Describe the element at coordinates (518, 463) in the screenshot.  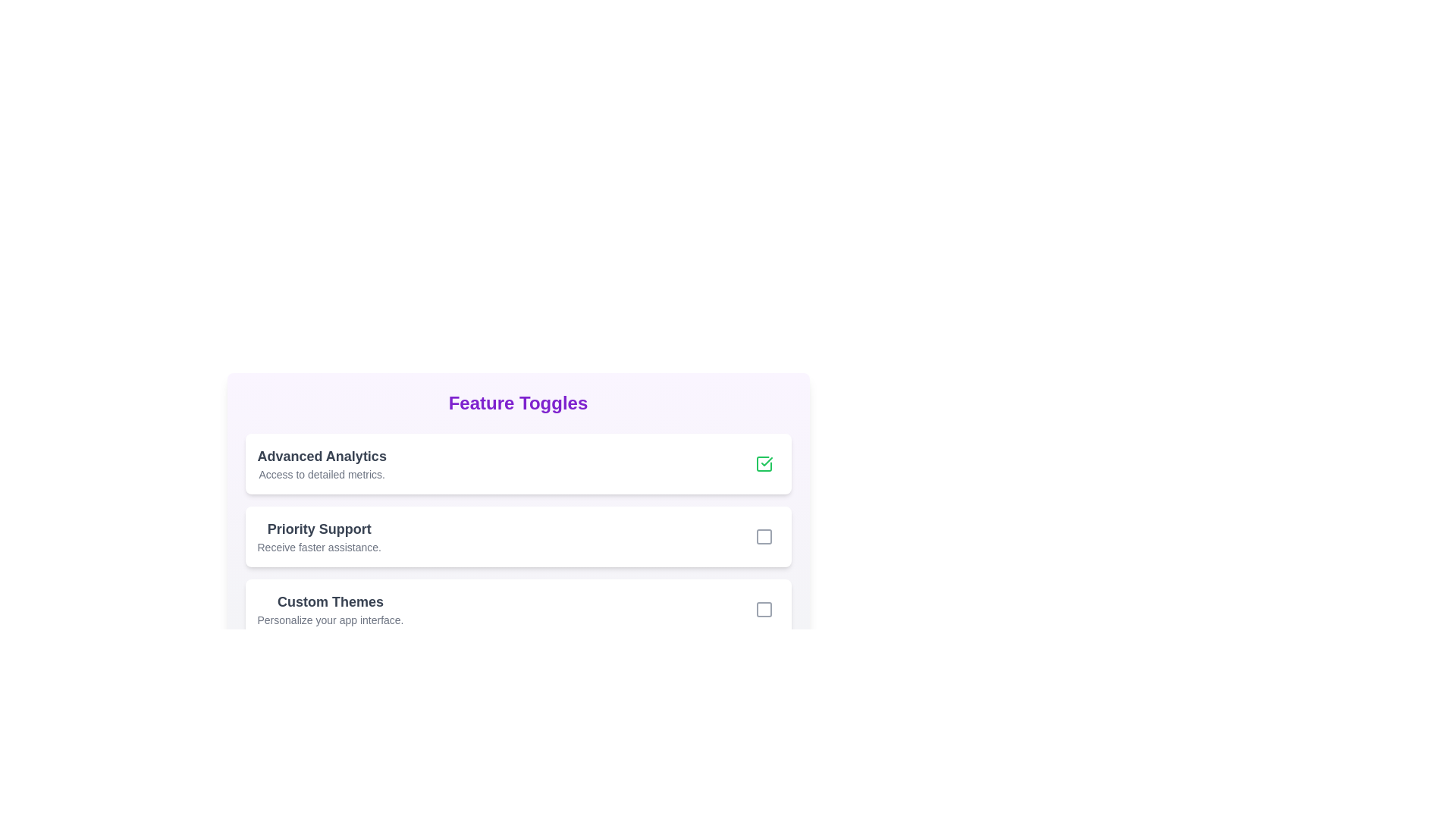
I see `title 'Advanced Analytics' and the description 'Access to detailed metrics.' from the feature toggle section at the top of the list` at that location.